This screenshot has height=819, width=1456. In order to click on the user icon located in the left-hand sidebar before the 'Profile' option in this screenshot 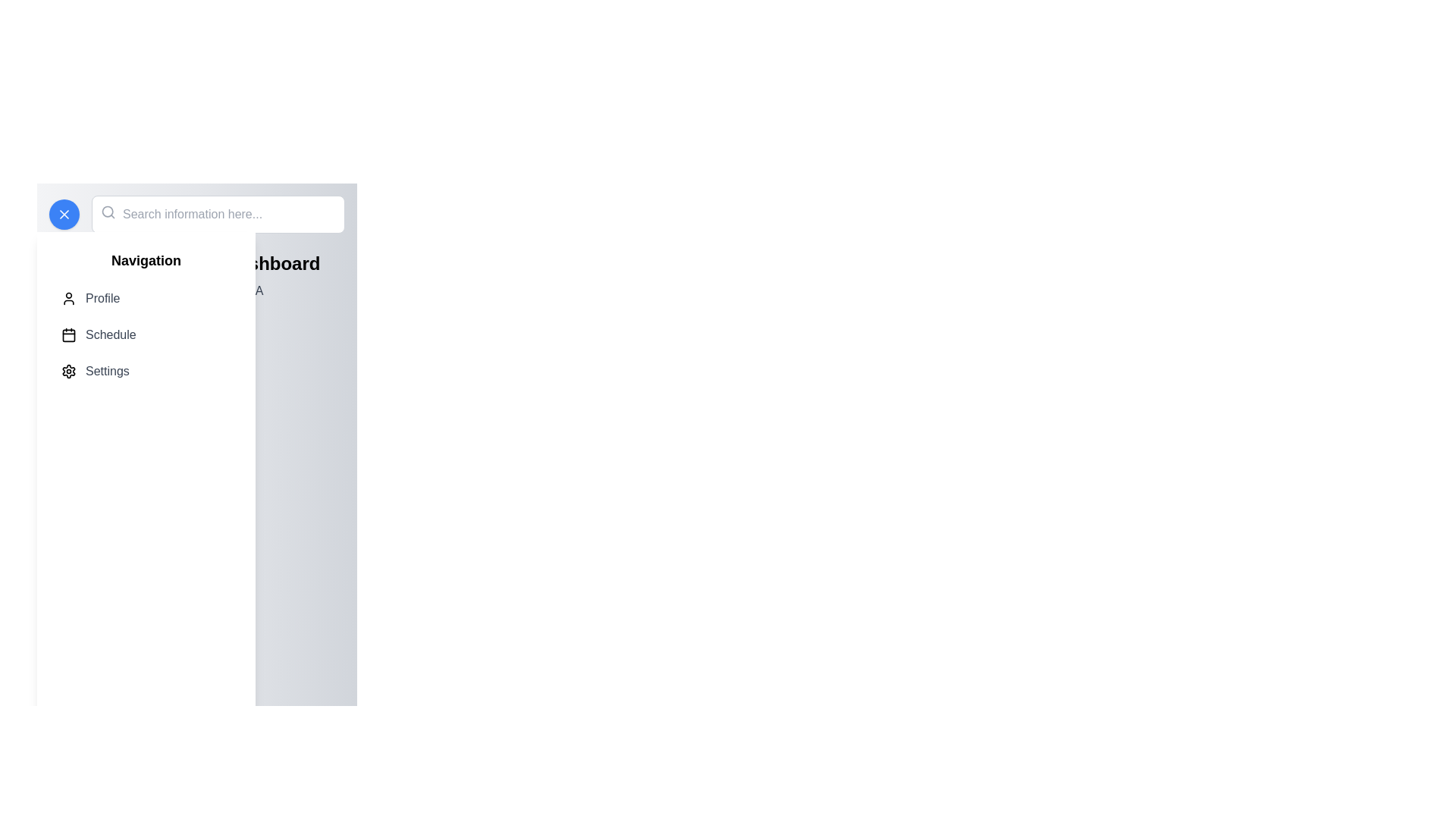, I will do `click(68, 298)`.